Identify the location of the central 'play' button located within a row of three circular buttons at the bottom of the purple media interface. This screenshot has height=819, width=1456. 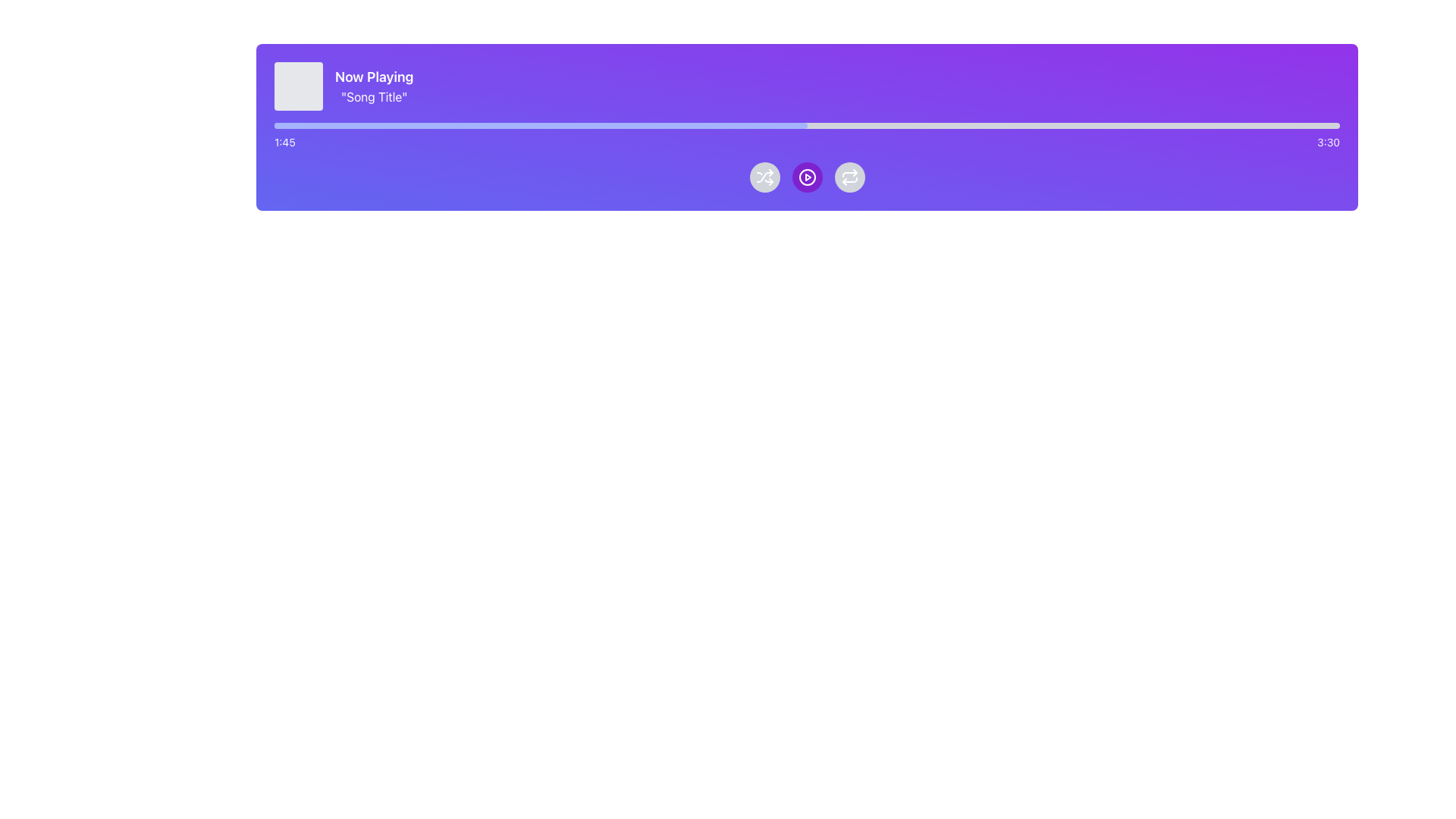
(806, 177).